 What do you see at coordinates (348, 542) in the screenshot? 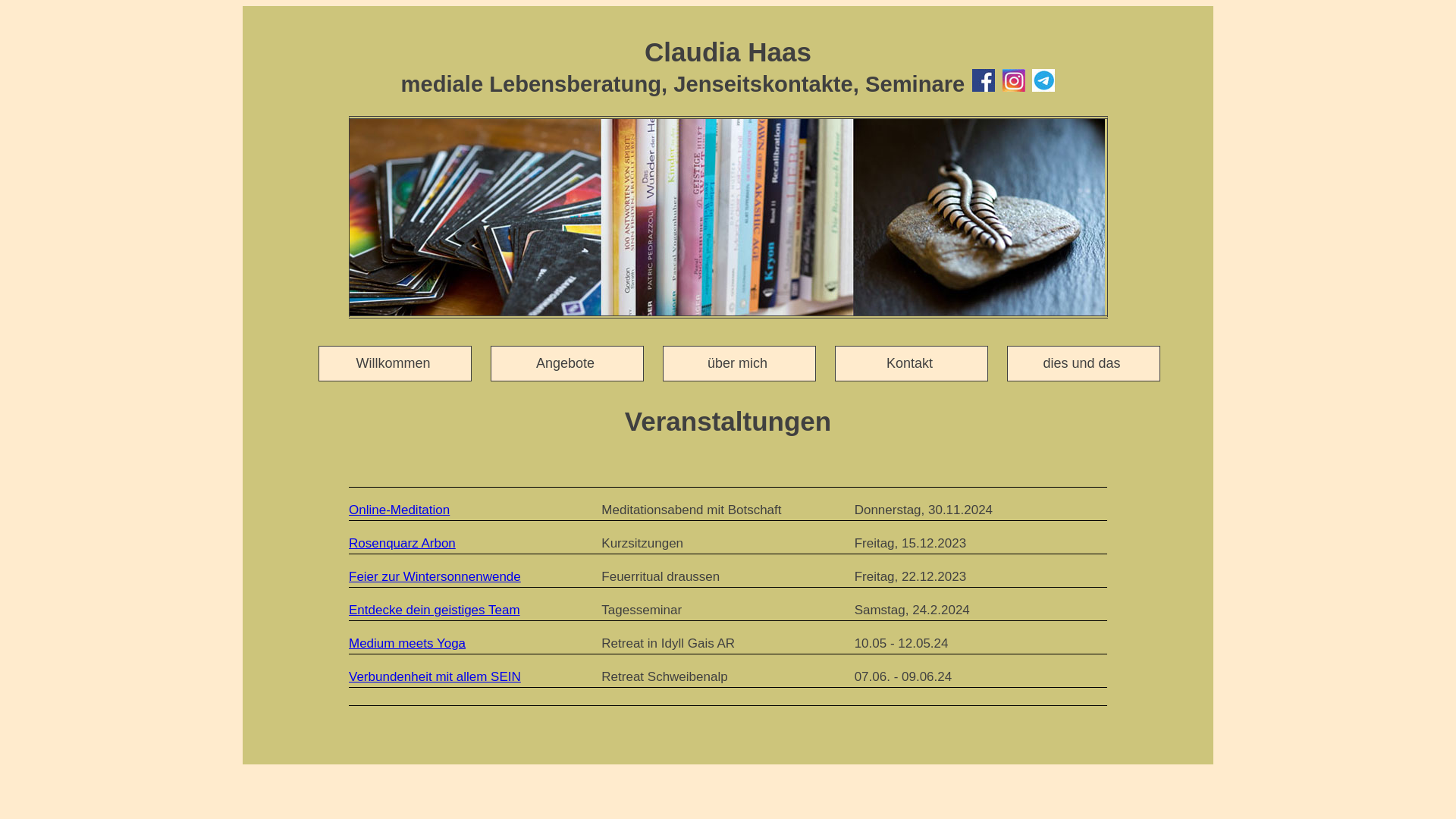
I see `'Rosenquarz Arbon'` at bounding box center [348, 542].